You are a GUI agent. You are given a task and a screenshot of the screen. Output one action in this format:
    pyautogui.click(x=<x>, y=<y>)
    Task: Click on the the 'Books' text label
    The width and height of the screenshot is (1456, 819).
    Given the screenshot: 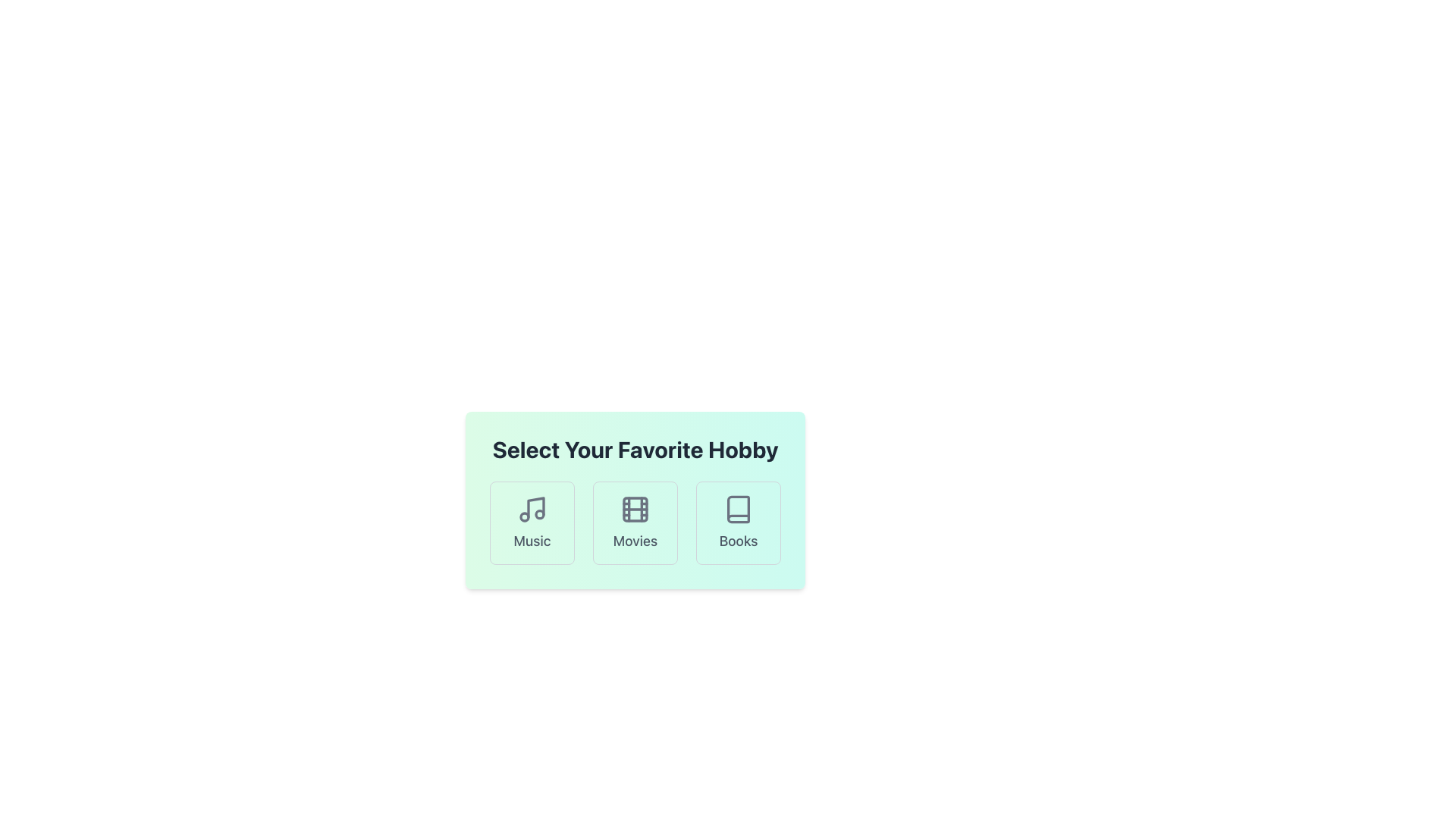 What is the action you would take?
    pyautogui.click(x=739, y=540)
    